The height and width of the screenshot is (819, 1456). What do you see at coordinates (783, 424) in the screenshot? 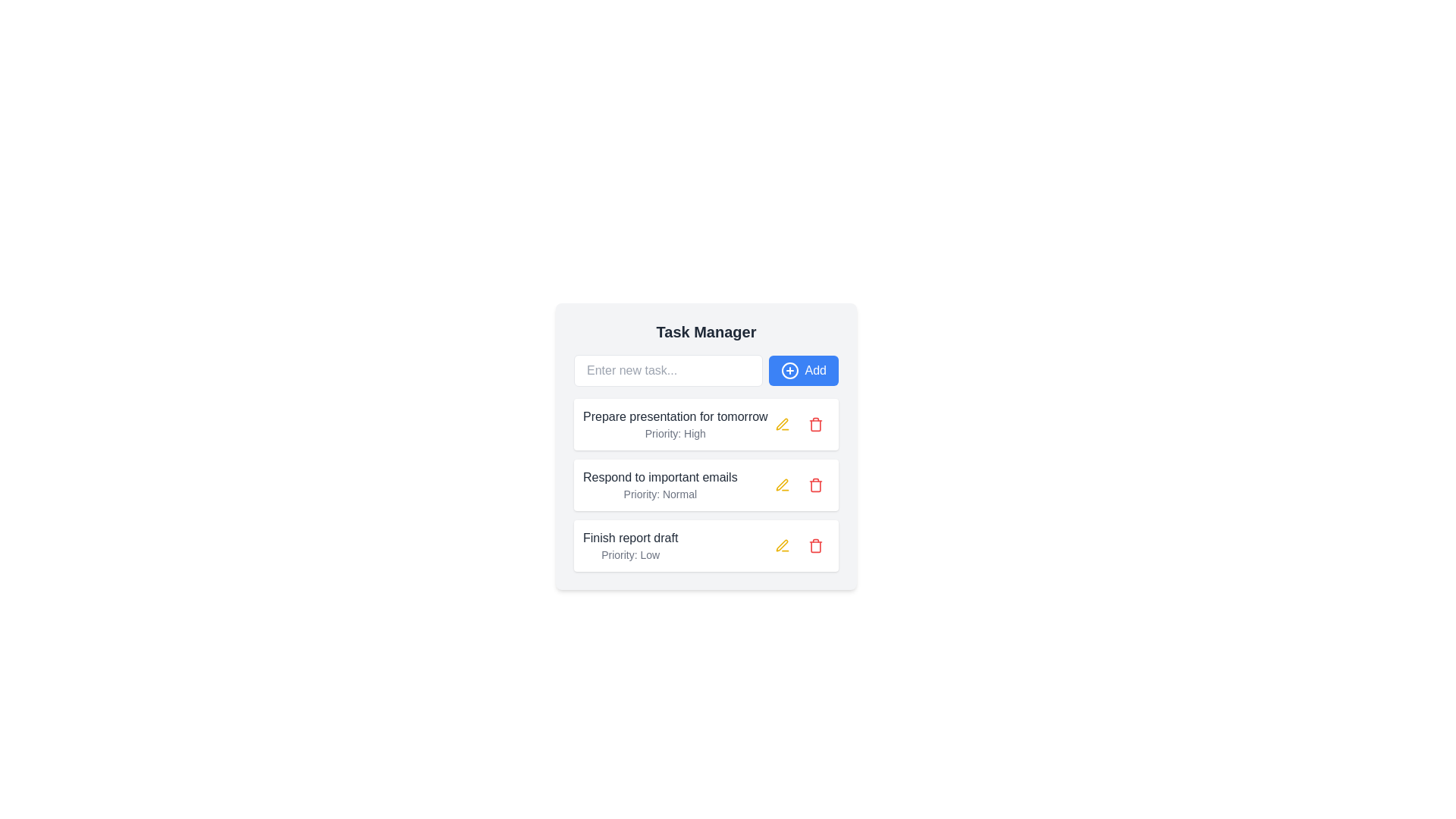
I see `the yellow edit icon button, which is a pen symbol positioned to the right of the second task title` at bounding box center [783, 424].